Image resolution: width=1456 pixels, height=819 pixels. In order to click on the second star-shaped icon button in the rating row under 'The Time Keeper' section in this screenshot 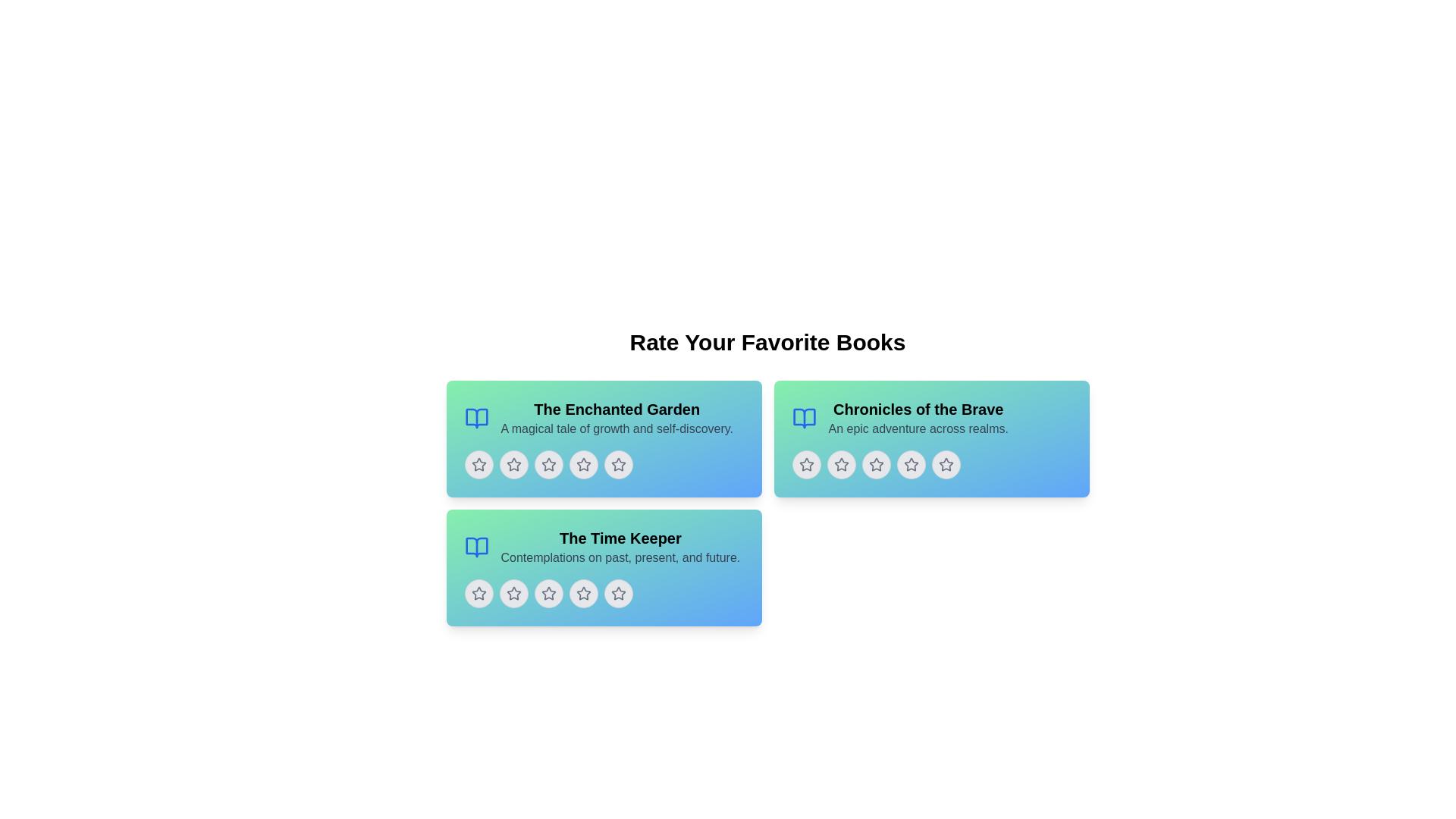, I will do `click(548, 593)`.